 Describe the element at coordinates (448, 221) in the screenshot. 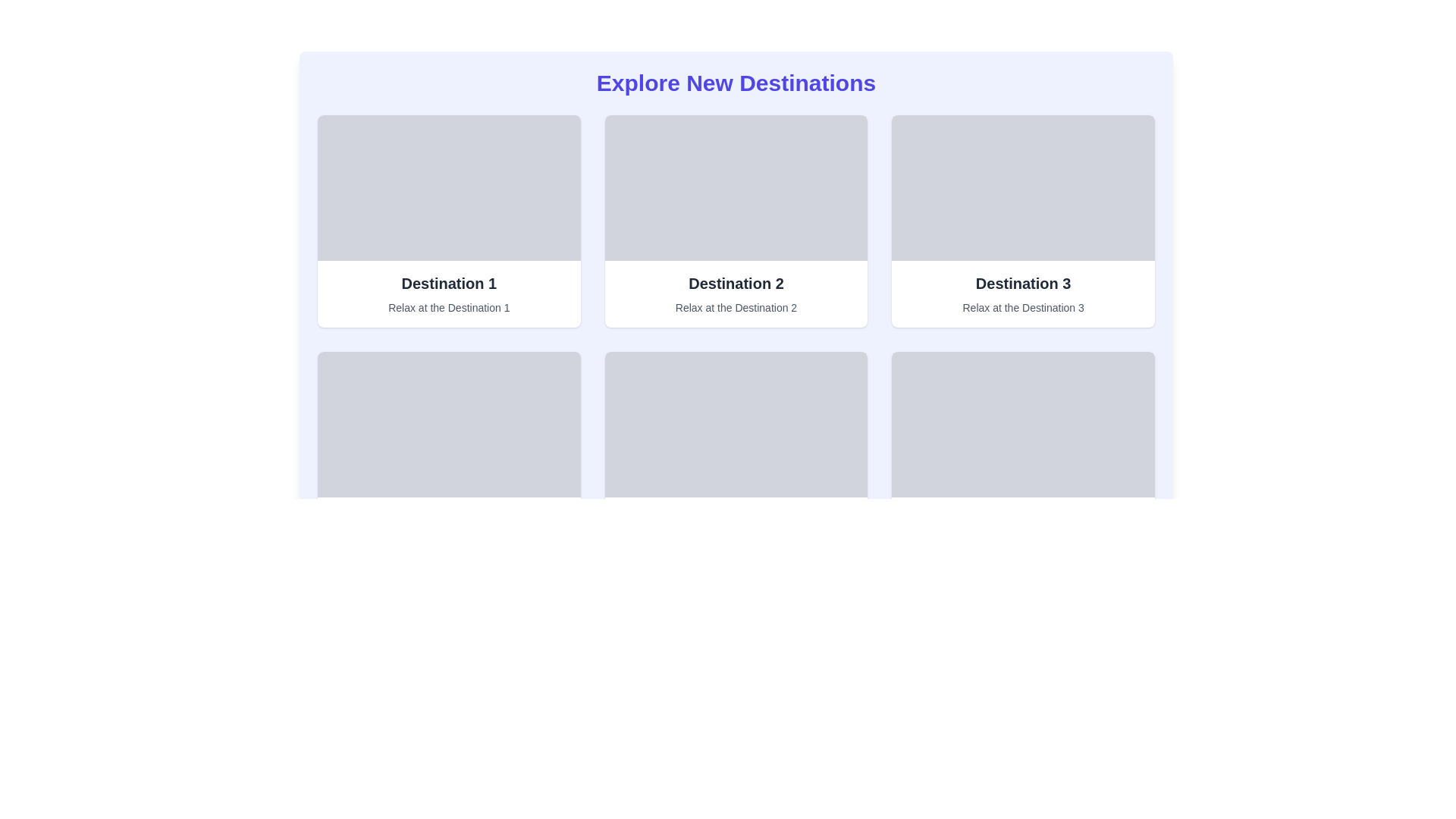

I see `the Card component representing 'Destination 1', which is the first card in the grid layout located at the top-left corner` at that location.